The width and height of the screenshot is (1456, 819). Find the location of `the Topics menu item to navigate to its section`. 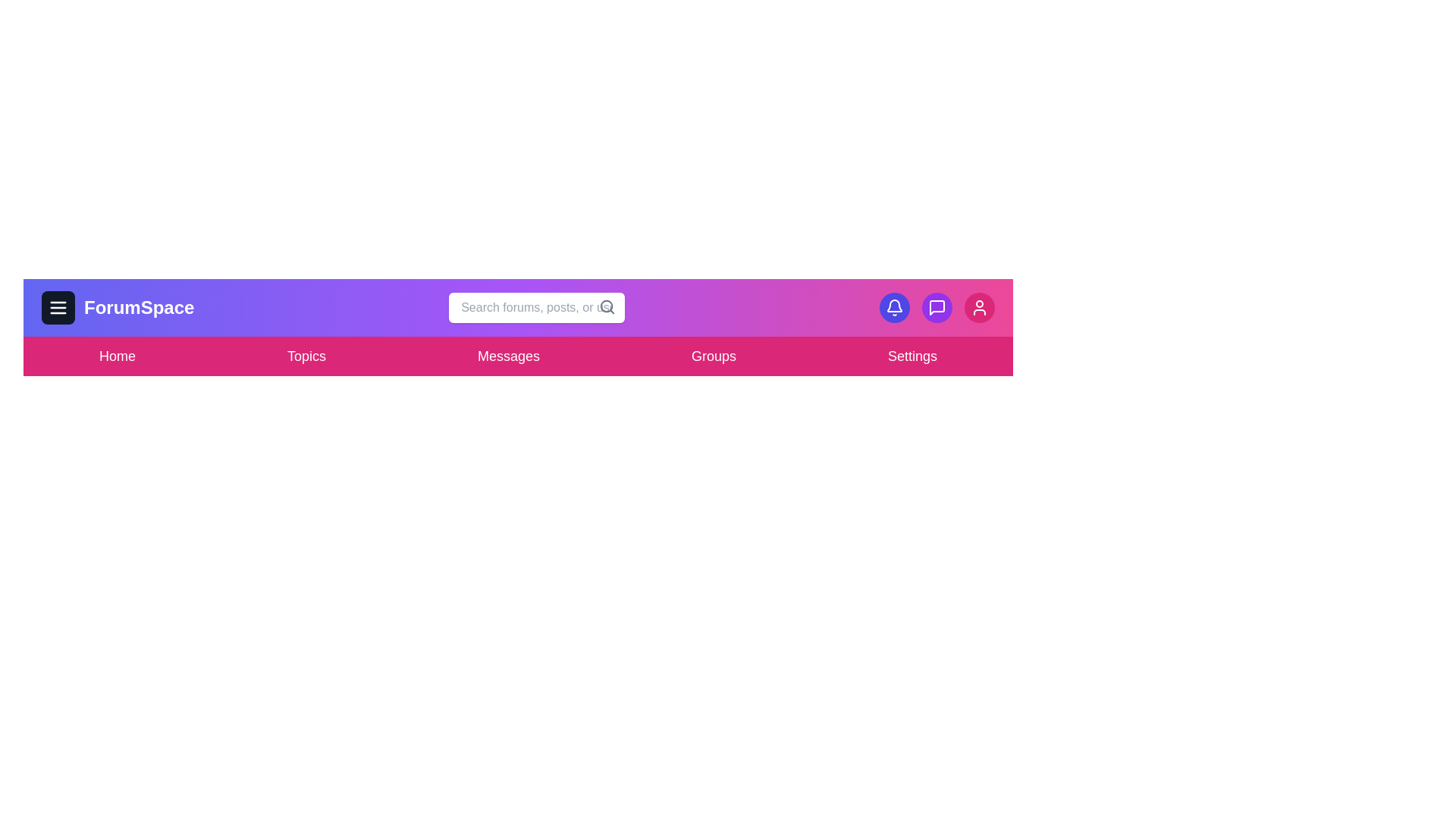

the Topics menu item to navigate to its section is located at coordinates (306, 356).